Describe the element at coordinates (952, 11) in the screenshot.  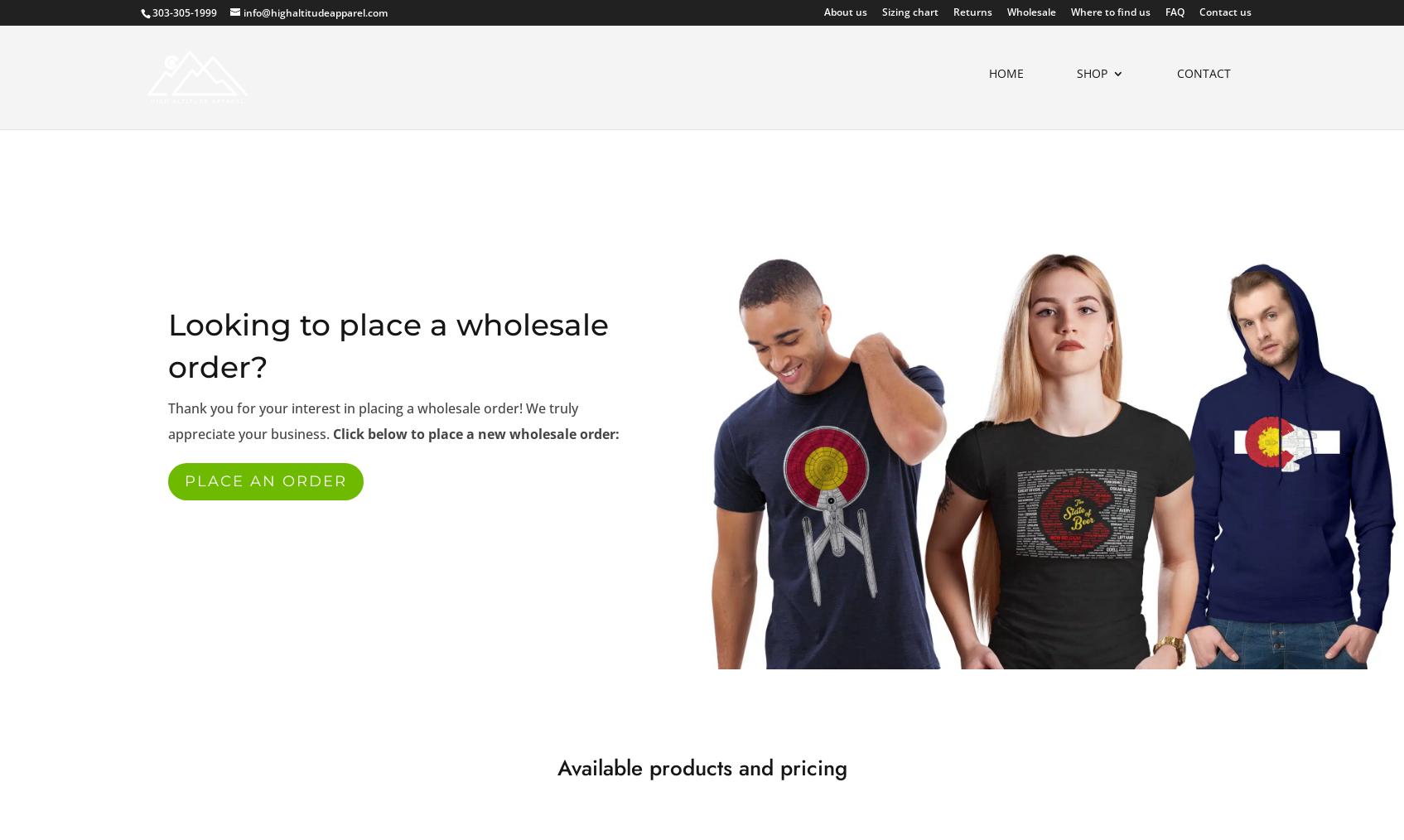
I see `'Returns'` at that location.